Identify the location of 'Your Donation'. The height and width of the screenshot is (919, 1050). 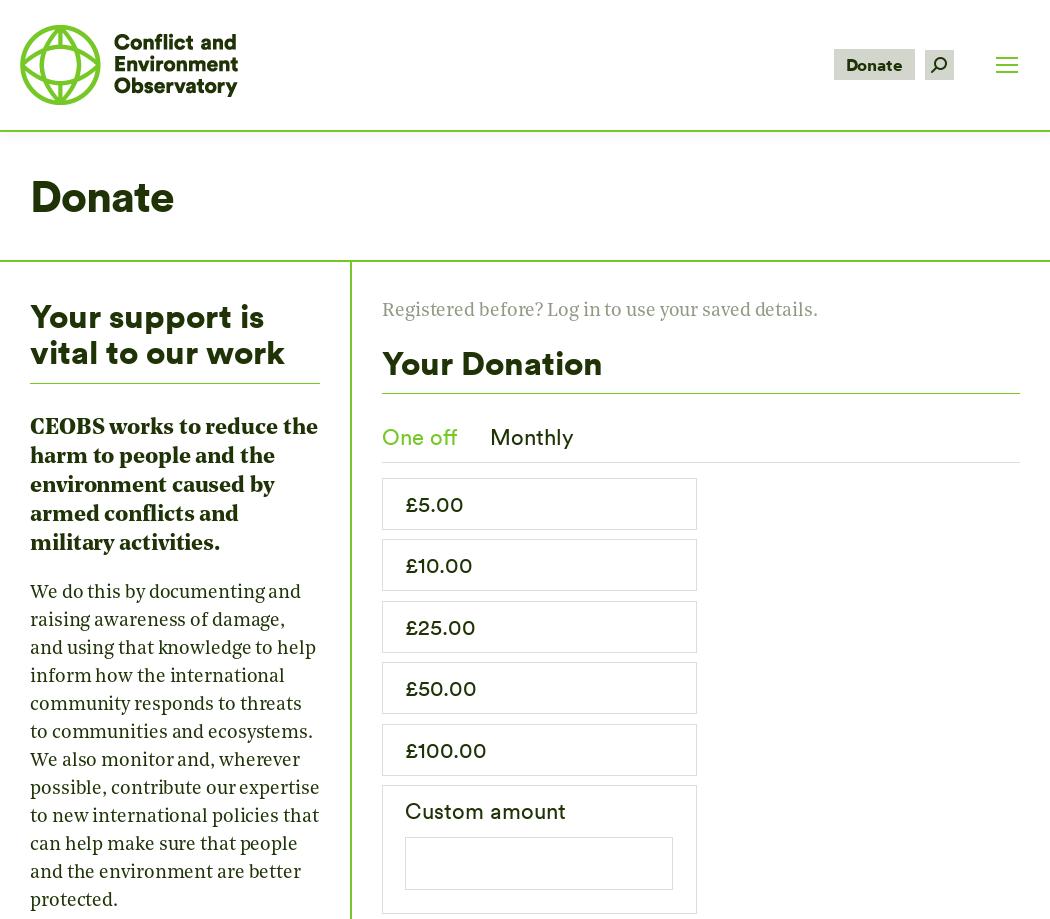
(491, 361).